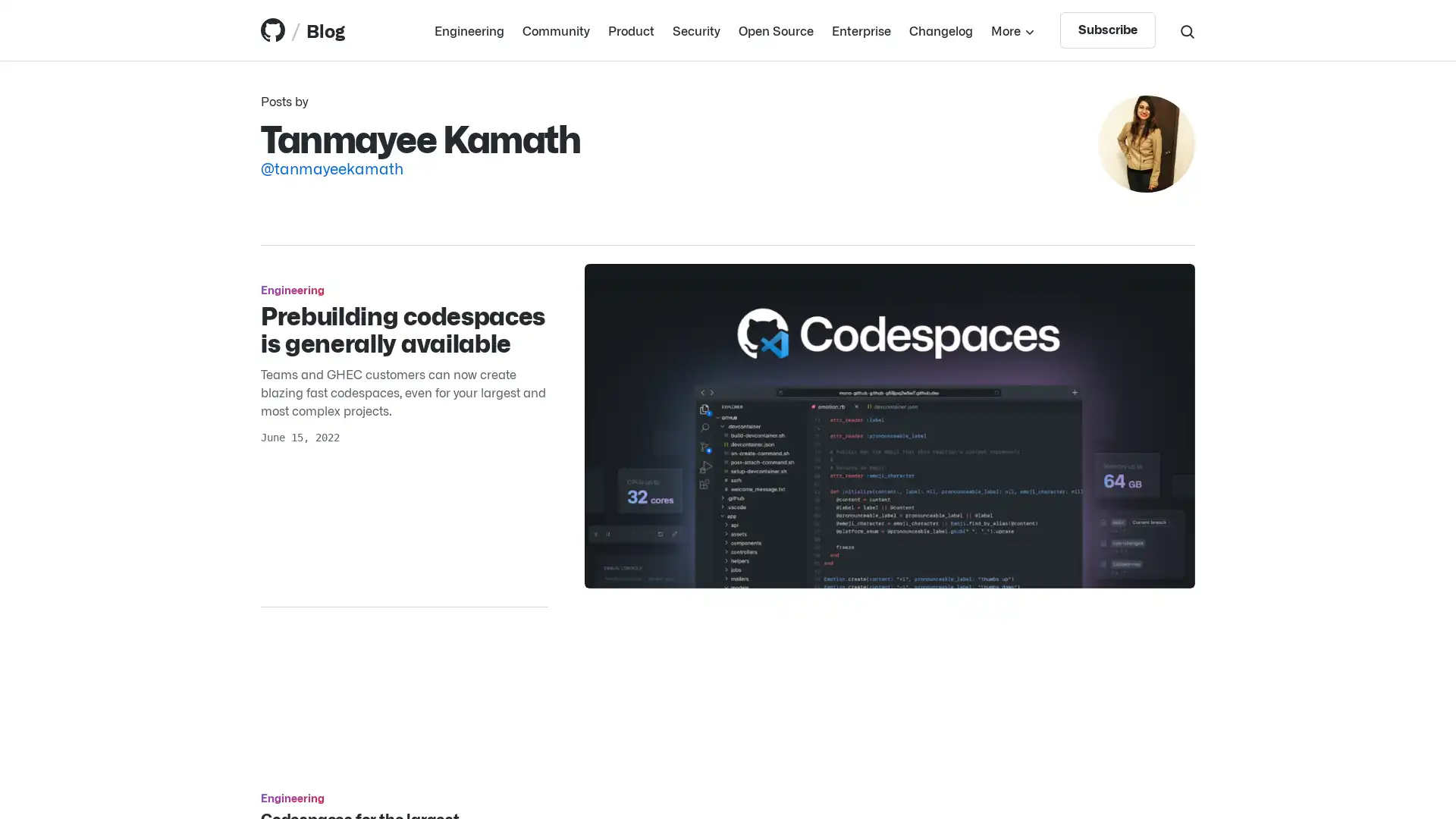 This screenshot has width=1456, height=819. I want to click on Search toggle, so click(1186, 29).